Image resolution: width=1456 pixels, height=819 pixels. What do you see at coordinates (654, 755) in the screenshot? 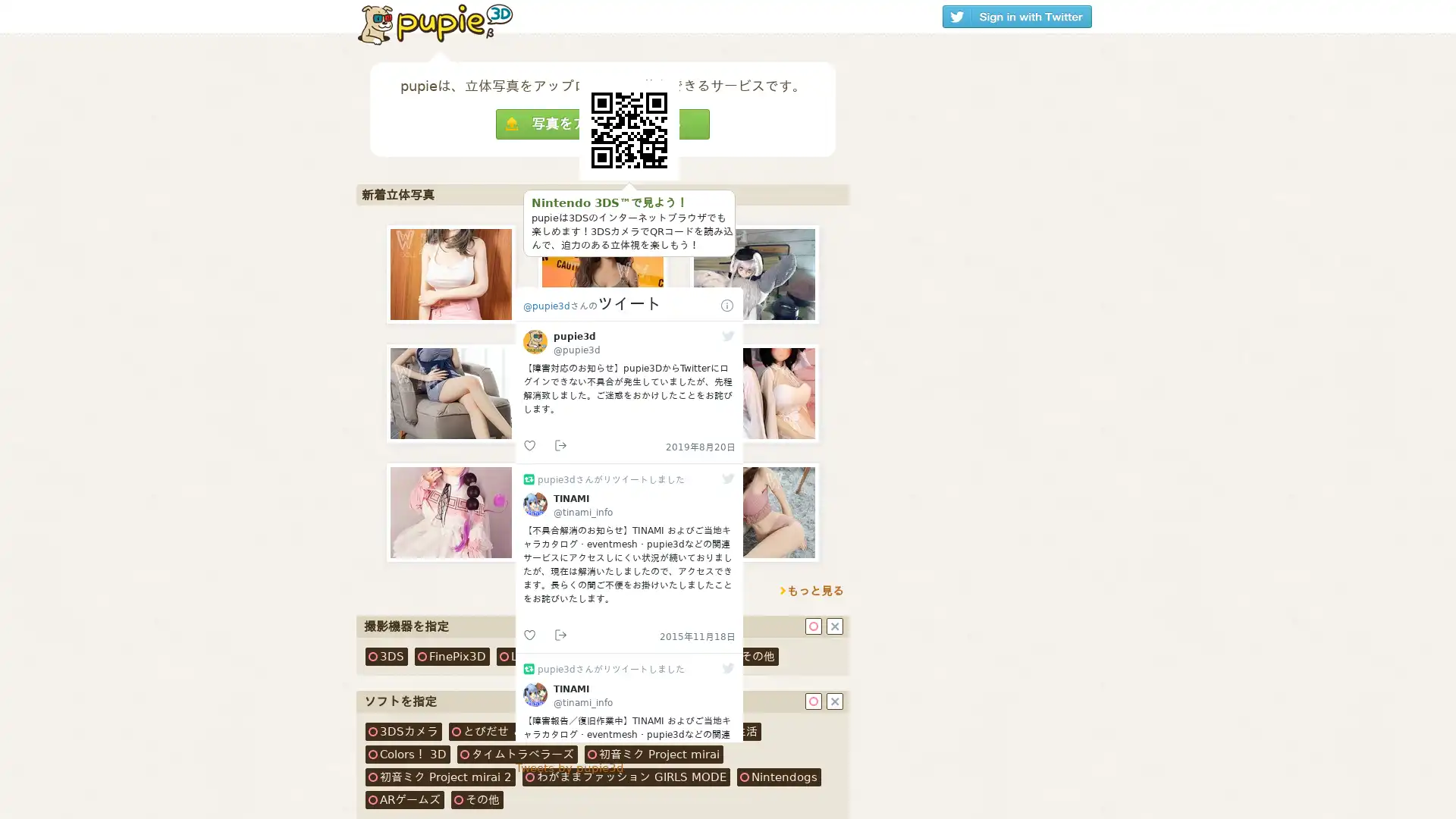
I see `Project mirai` at bounding box center [654, 755].